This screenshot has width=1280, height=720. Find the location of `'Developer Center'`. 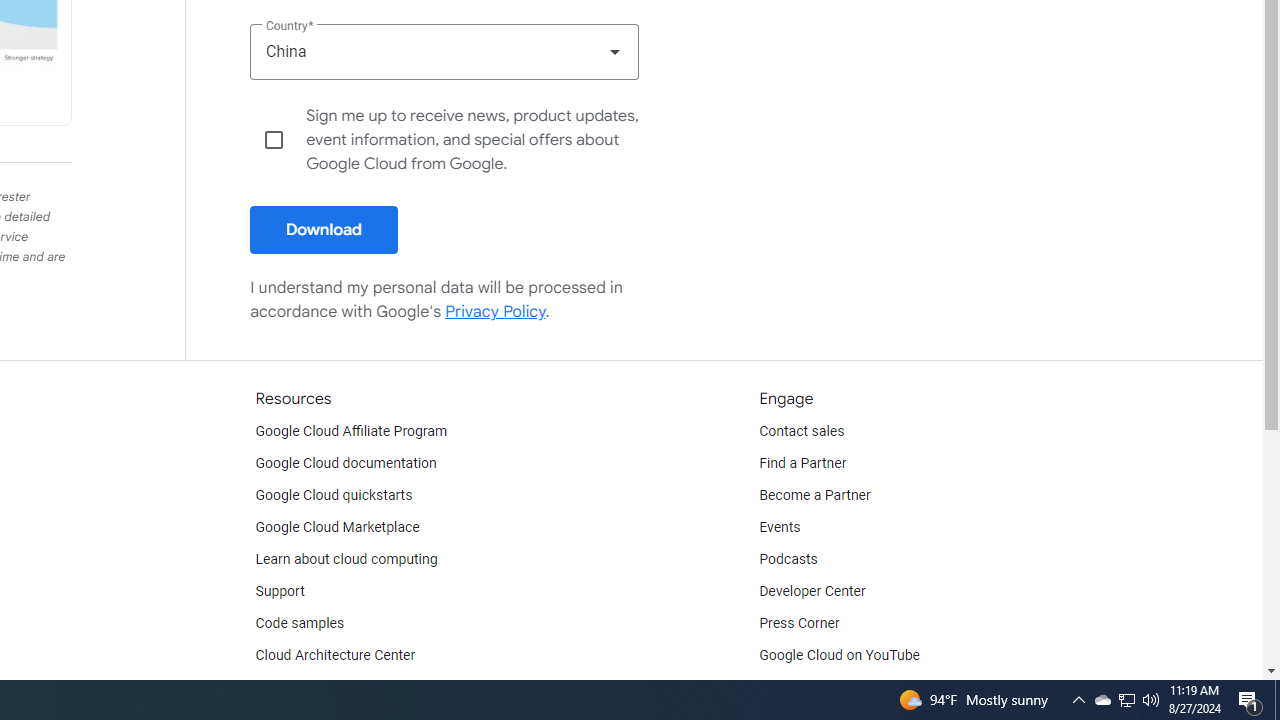

'Developer Center' is located at coordinates (812, 590).